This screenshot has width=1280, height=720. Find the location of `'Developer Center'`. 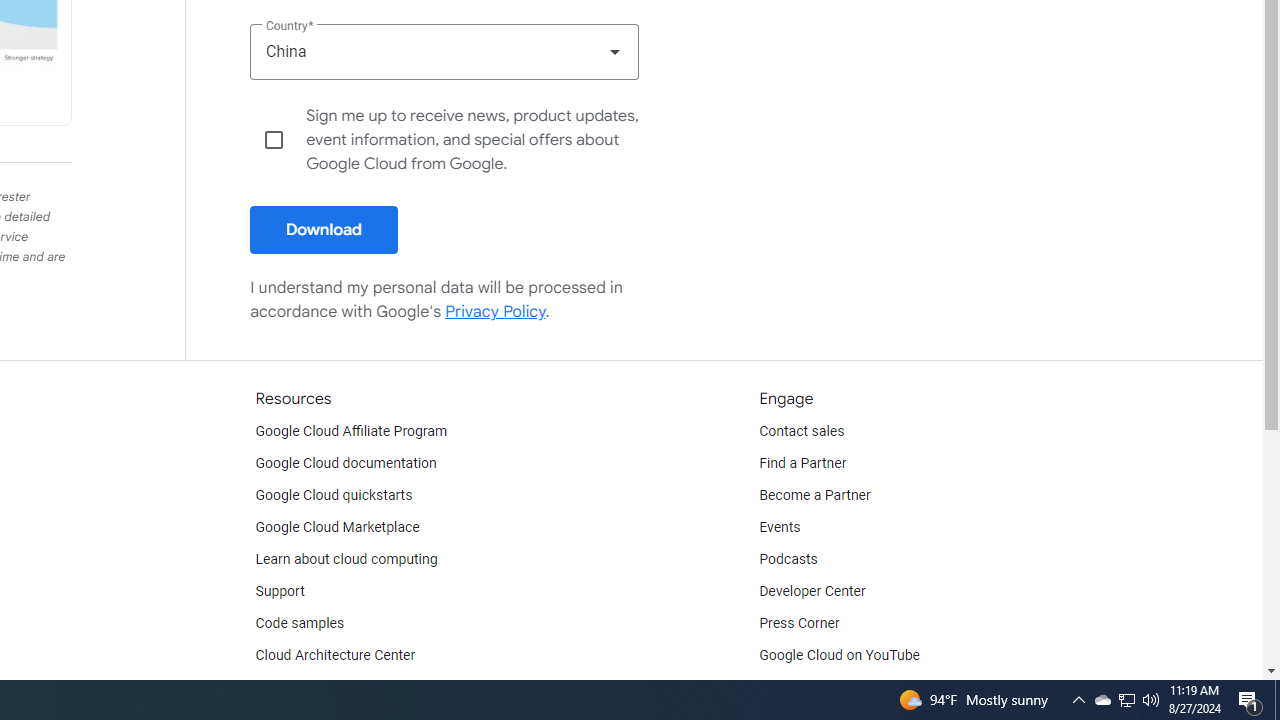

'Developer Center' is located at coordinates (812, 590).